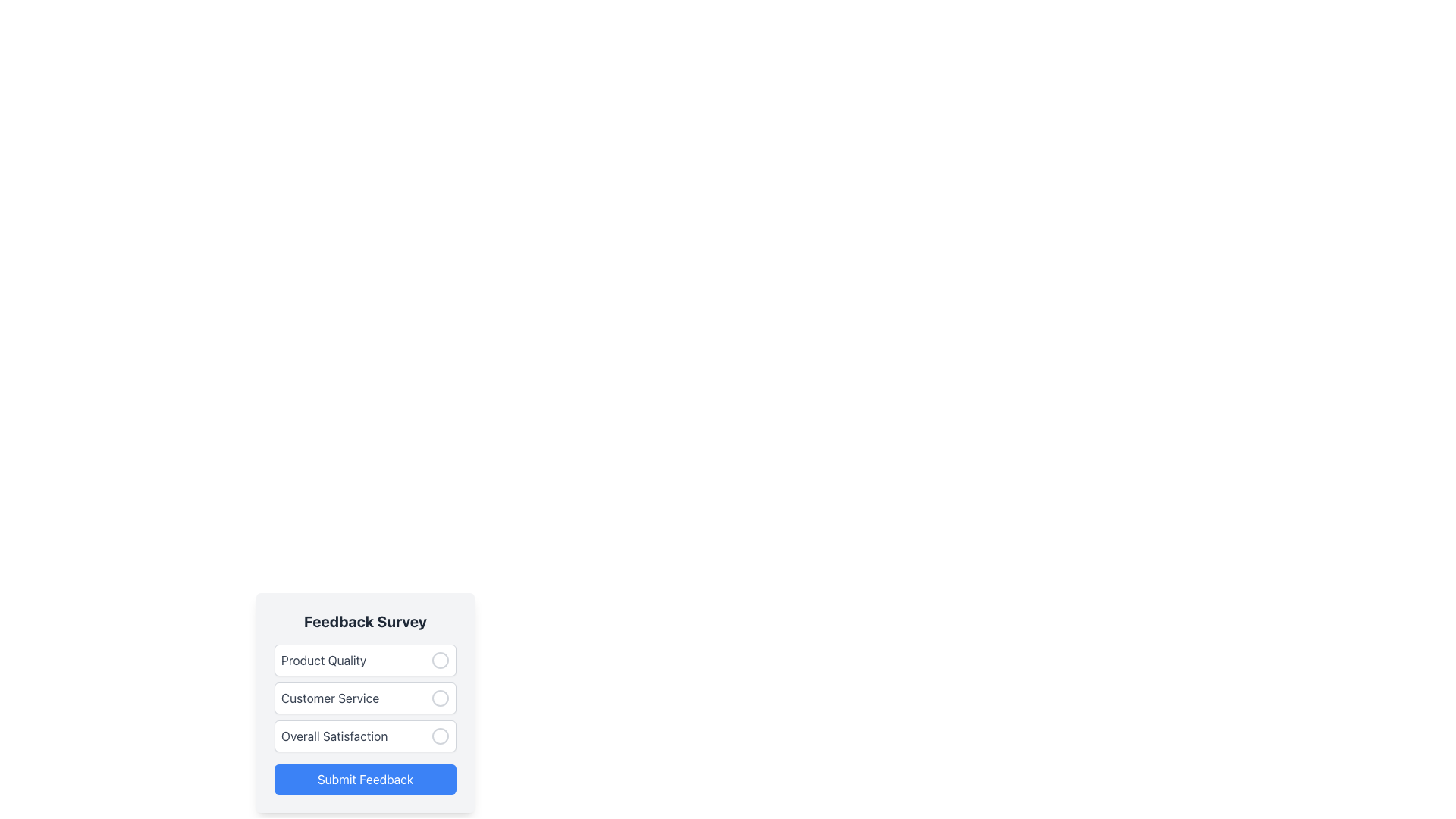 Image resolution: width=1456 pixels, height=819 pixels. I want to click on the 'Overall Satisfaction' text label, which is styled in gray and bold sans-serif font within the feedback survey form, located as the third option in a vertical list, so click(334, 736).